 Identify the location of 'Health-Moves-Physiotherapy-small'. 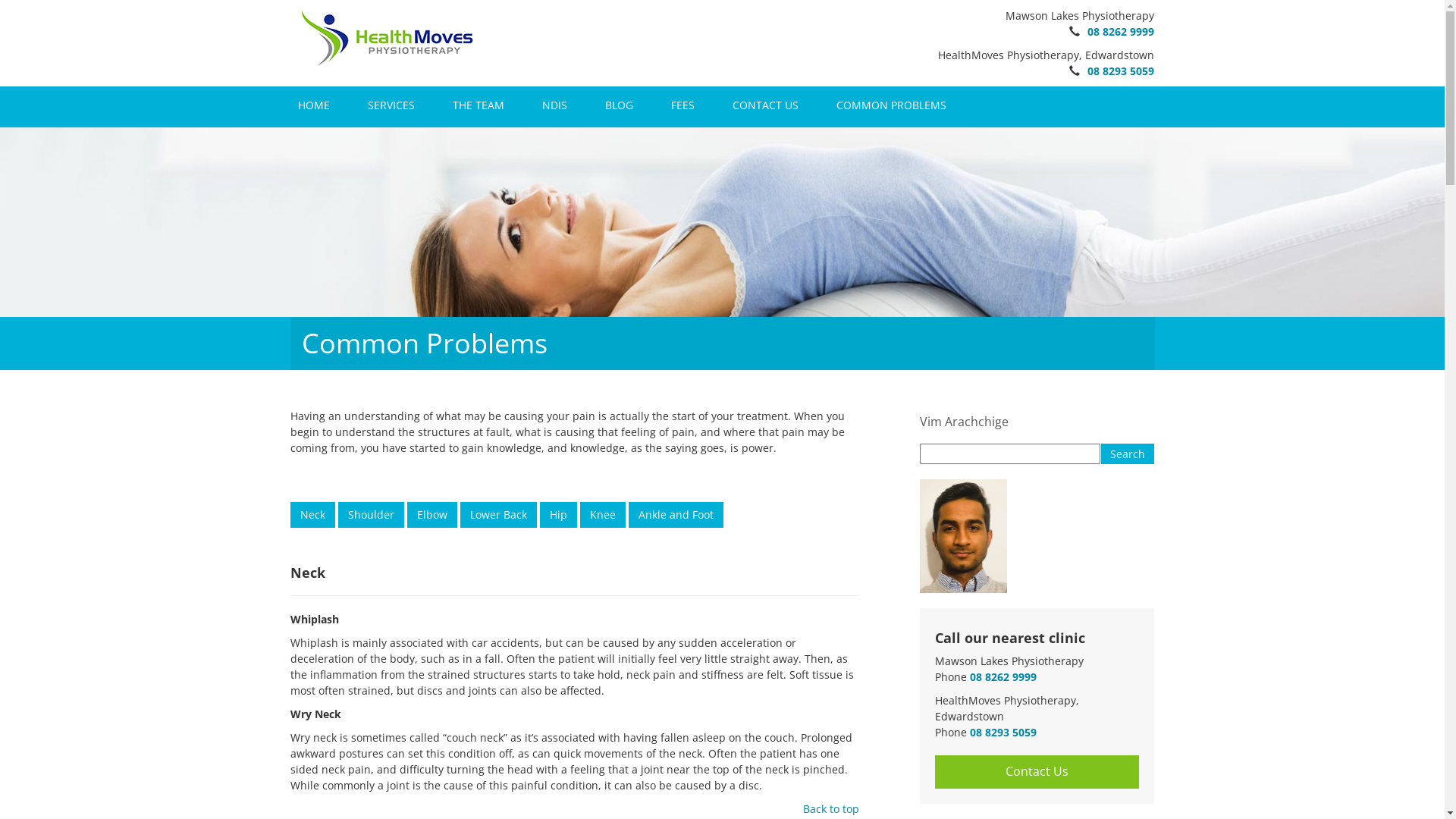
(386, 37).